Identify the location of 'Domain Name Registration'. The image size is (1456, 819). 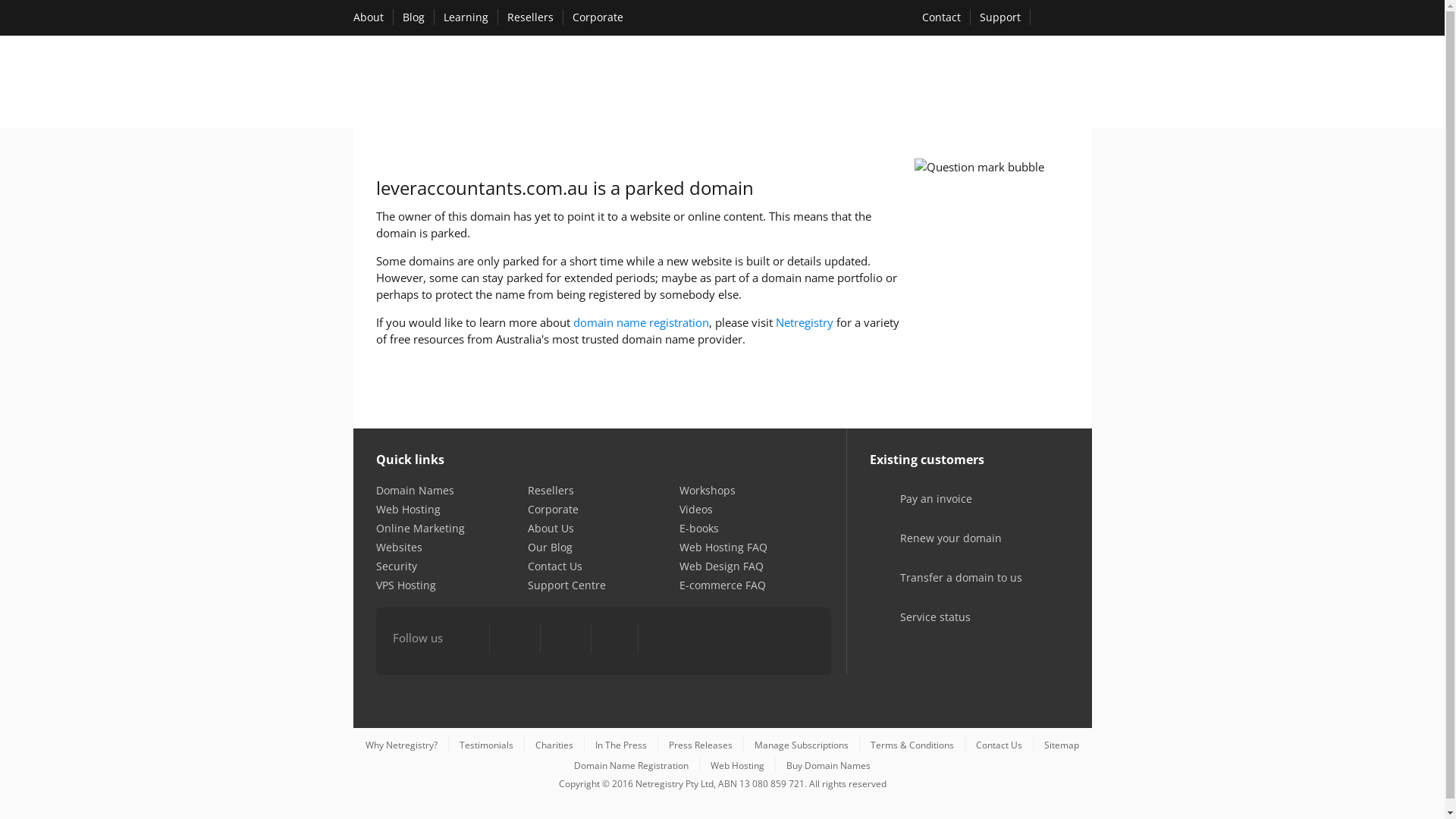
(631, 765).